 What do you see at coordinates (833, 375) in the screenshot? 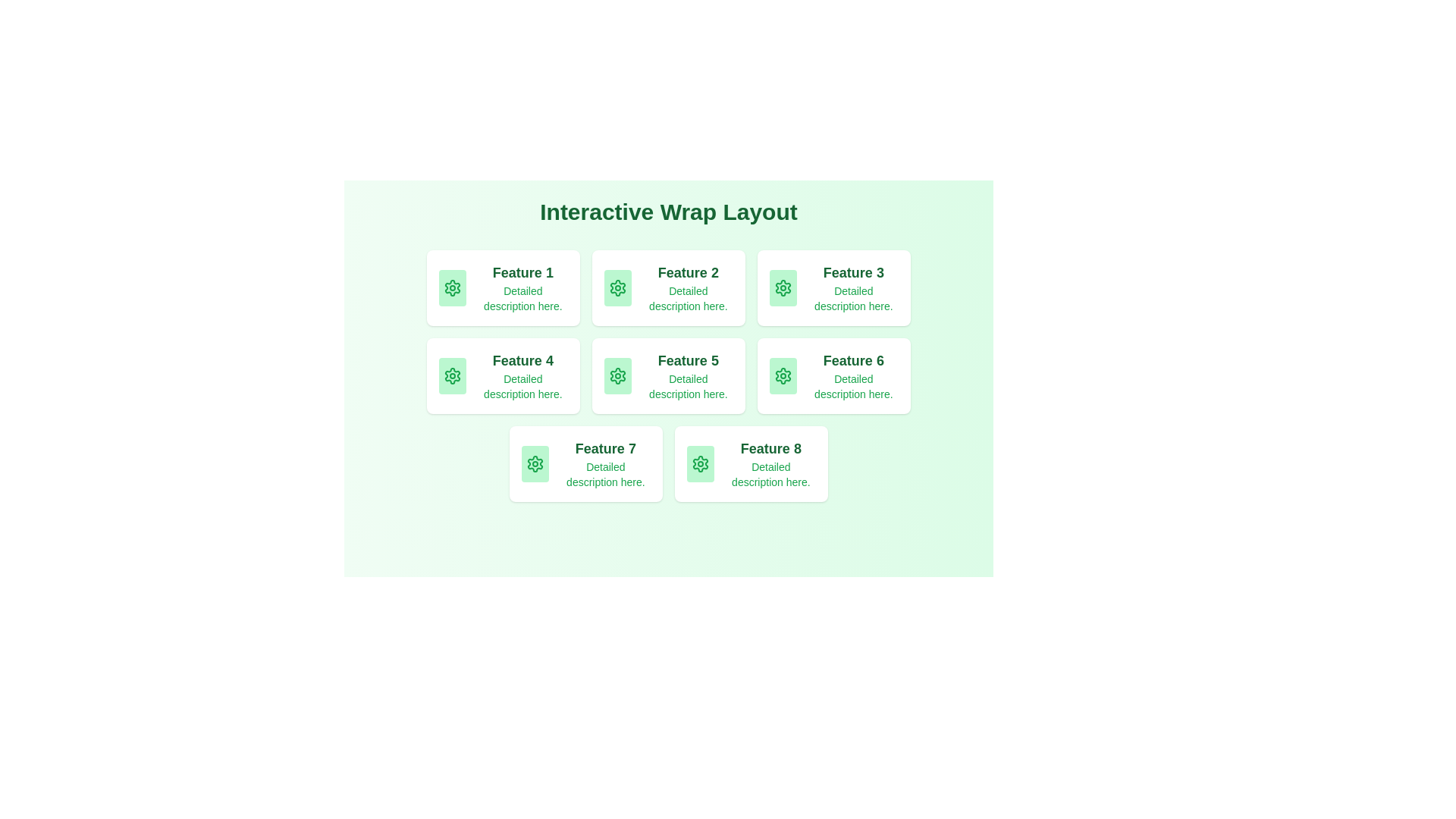
I see `contents of the Feature card located in the third column of the second row under the 'Interactive Wrap Layout' title, positioned between 'Feature 5' and 'Feature 7'` at bounding box center [833, 375].